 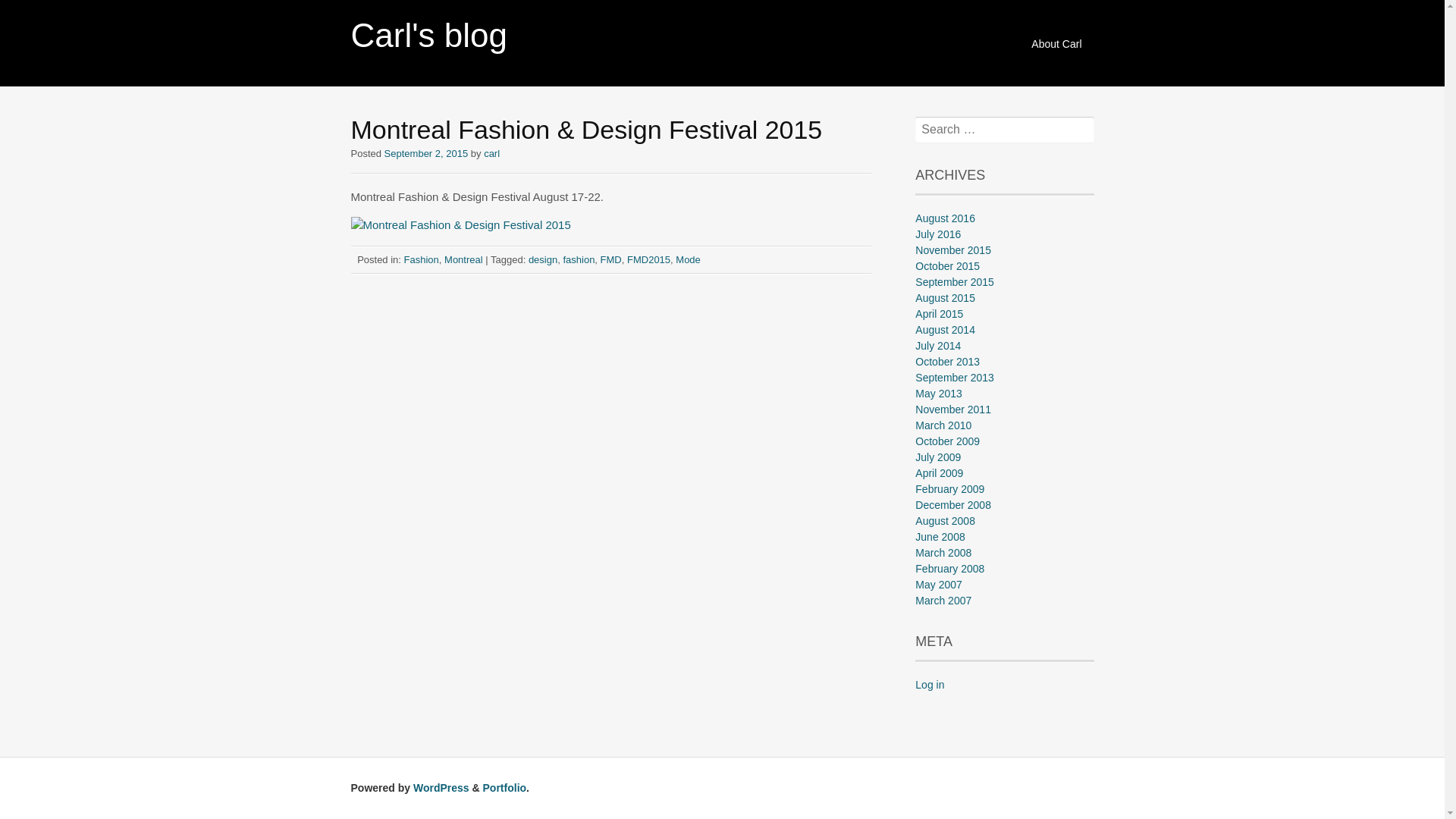 I want to click on 'December 2008', so click(x=952, y=505).